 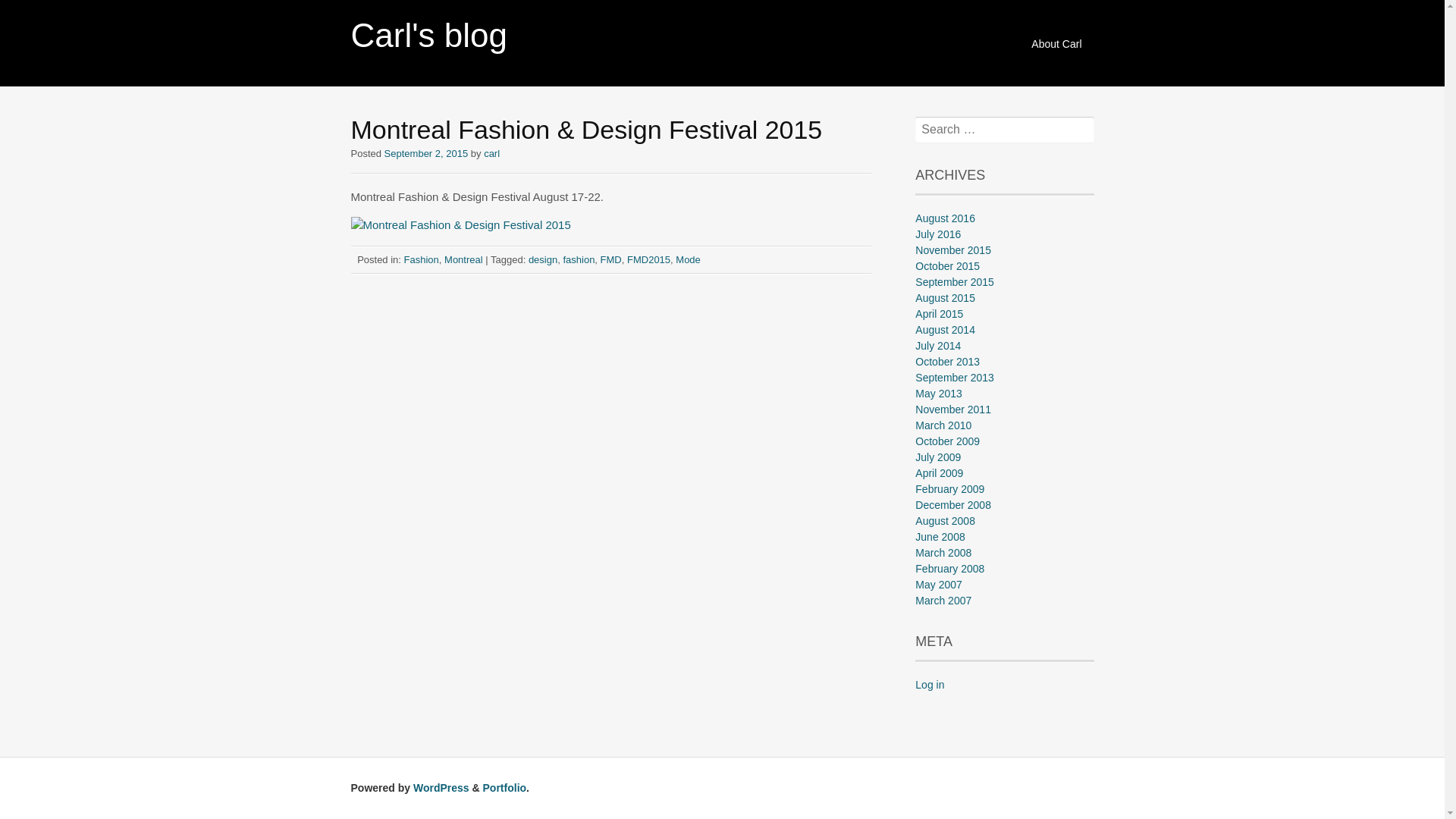 I want to click on 'December 2008', so click(x=952, y=505).